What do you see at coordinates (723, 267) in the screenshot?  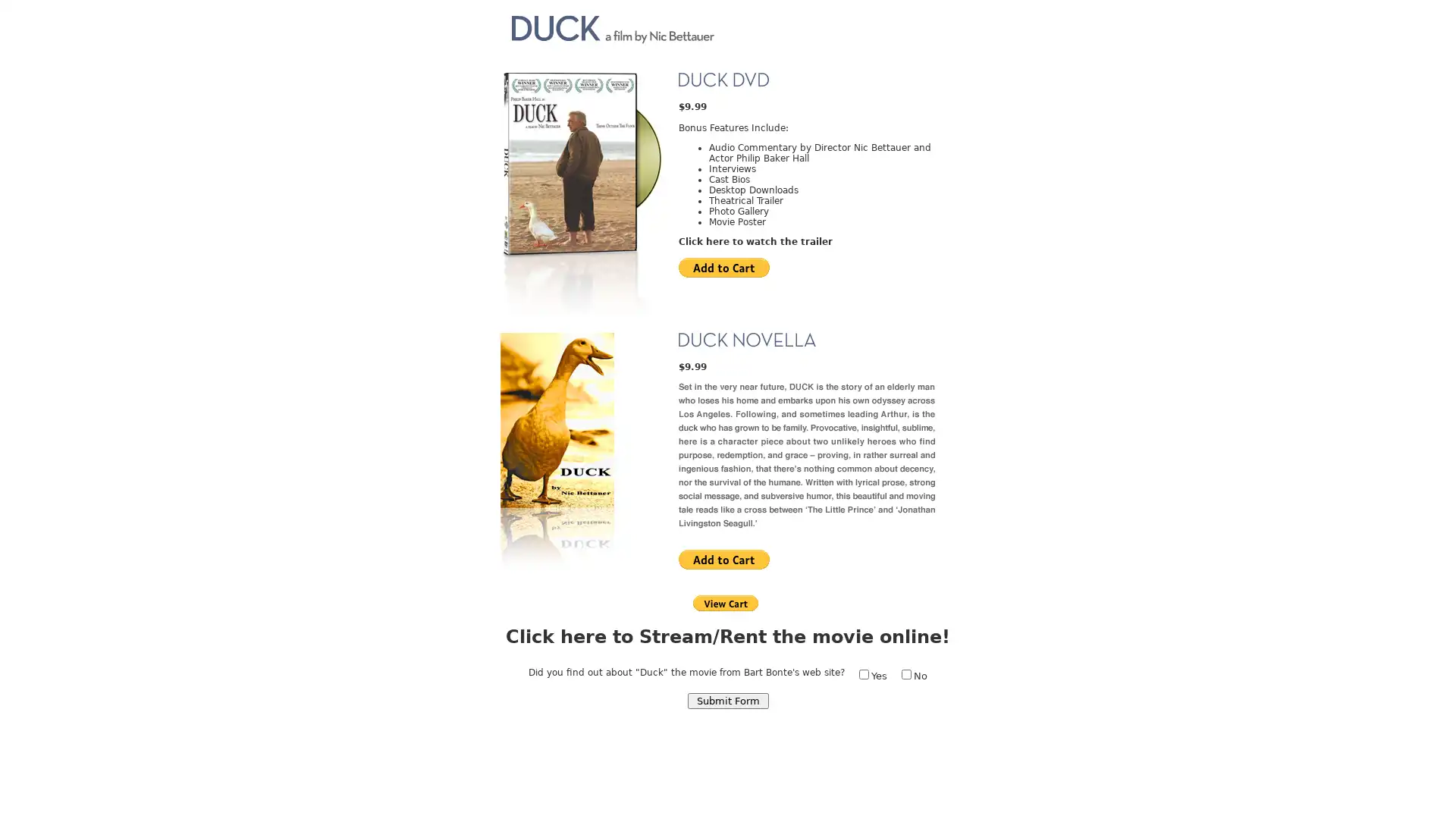 I see `PayPal - The safer, easier way to pay online!` at bounding box center [723, 267].